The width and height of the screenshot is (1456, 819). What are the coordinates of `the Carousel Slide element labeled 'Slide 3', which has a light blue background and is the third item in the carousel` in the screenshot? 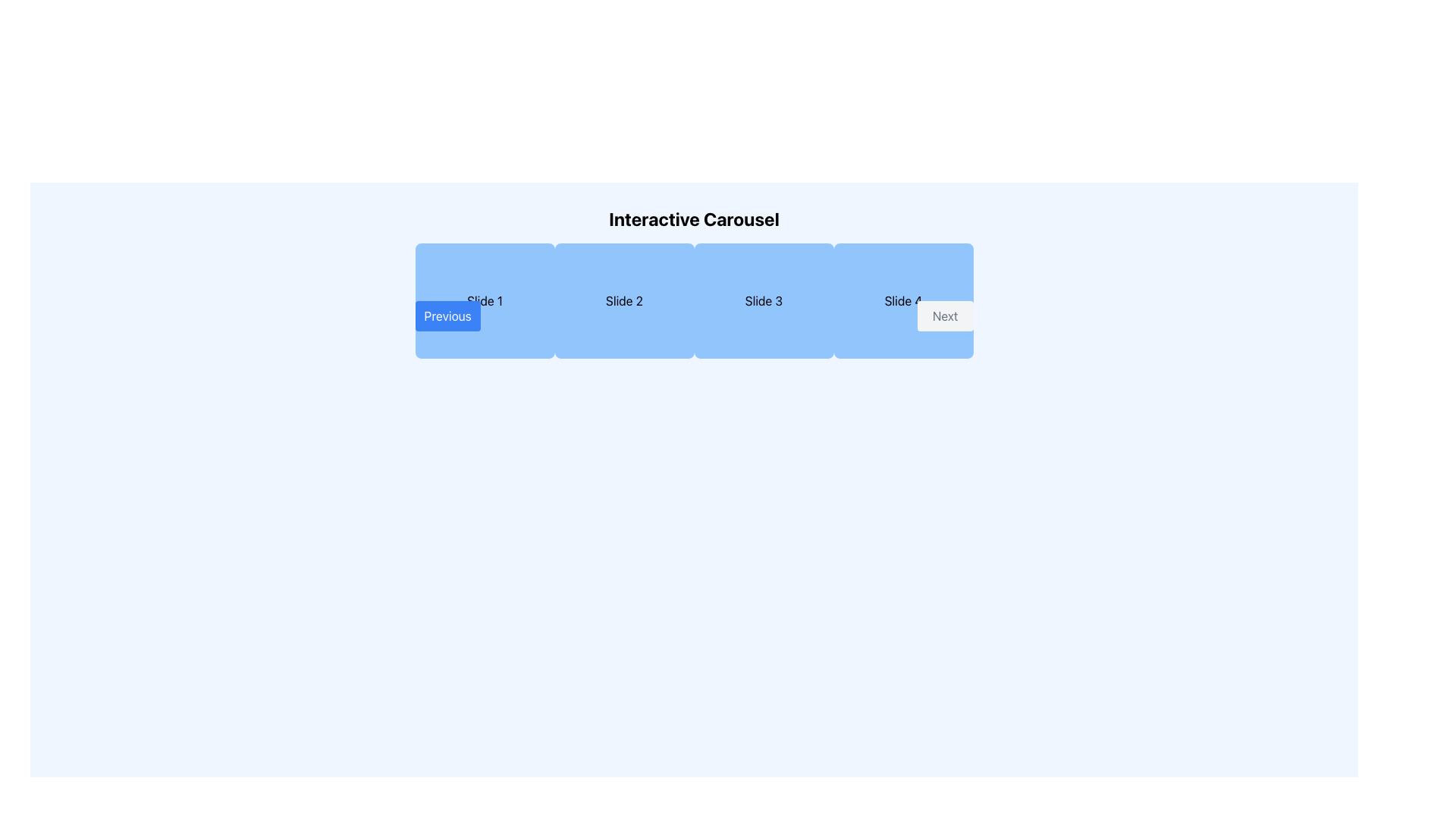 It's located at (764, 301).